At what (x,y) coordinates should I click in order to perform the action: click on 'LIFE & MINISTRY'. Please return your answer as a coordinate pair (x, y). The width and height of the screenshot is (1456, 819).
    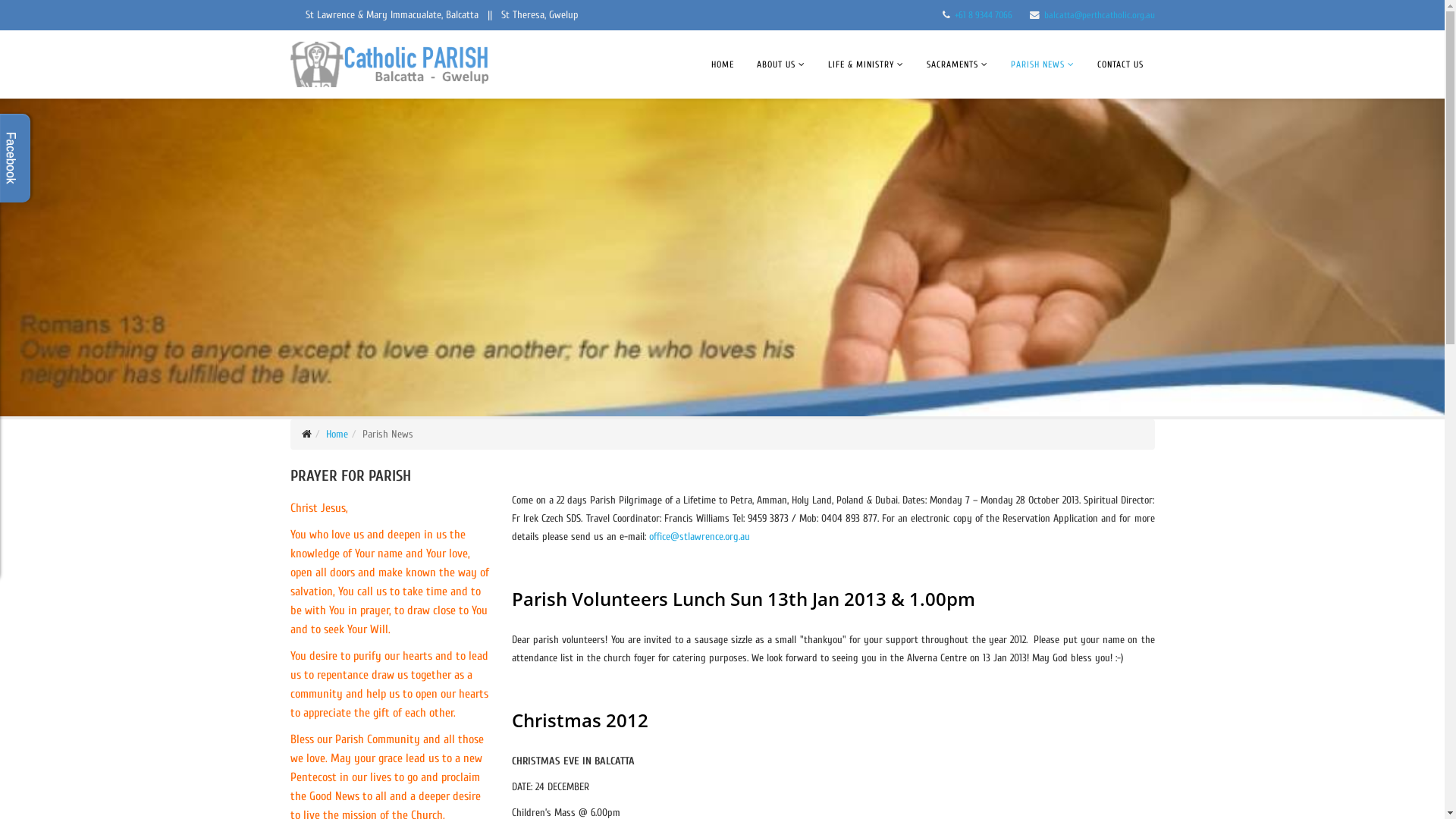
    Looking at the image, I should click on (865, 63).